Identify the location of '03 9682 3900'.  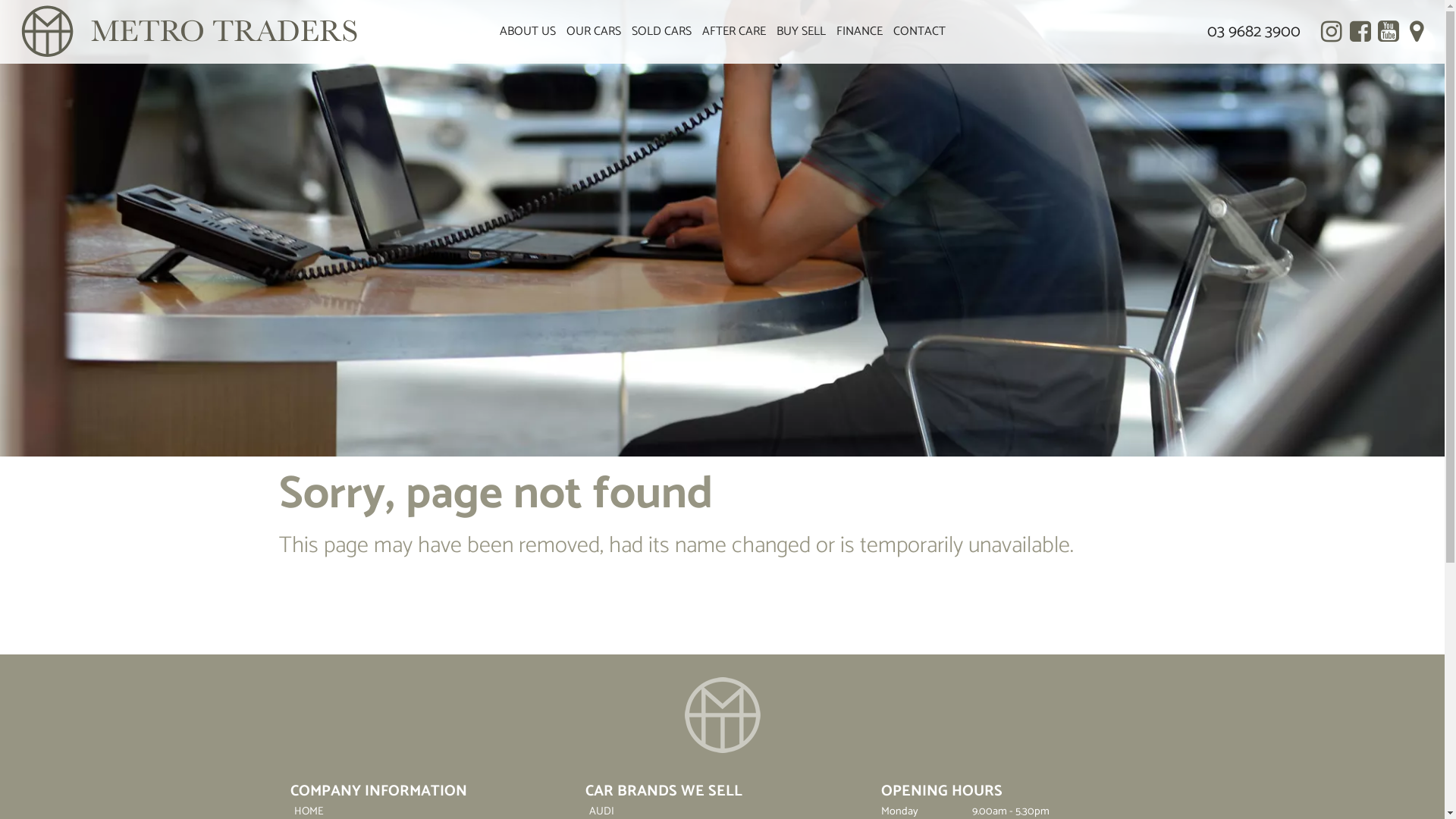
(1254, 32).